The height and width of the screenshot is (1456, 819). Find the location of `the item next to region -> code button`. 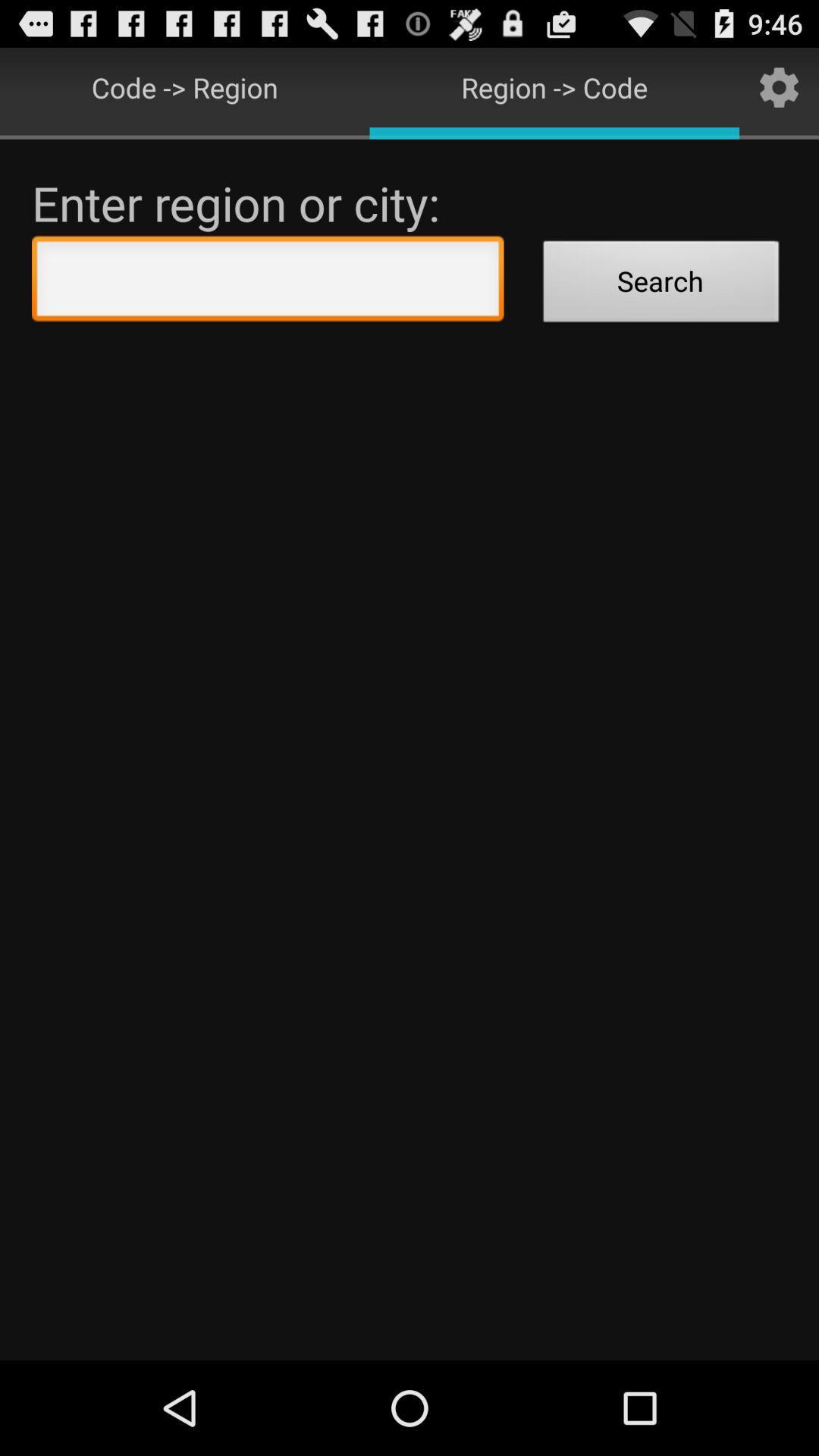

the item next to region -> code button is located at coordinates (779, 86).